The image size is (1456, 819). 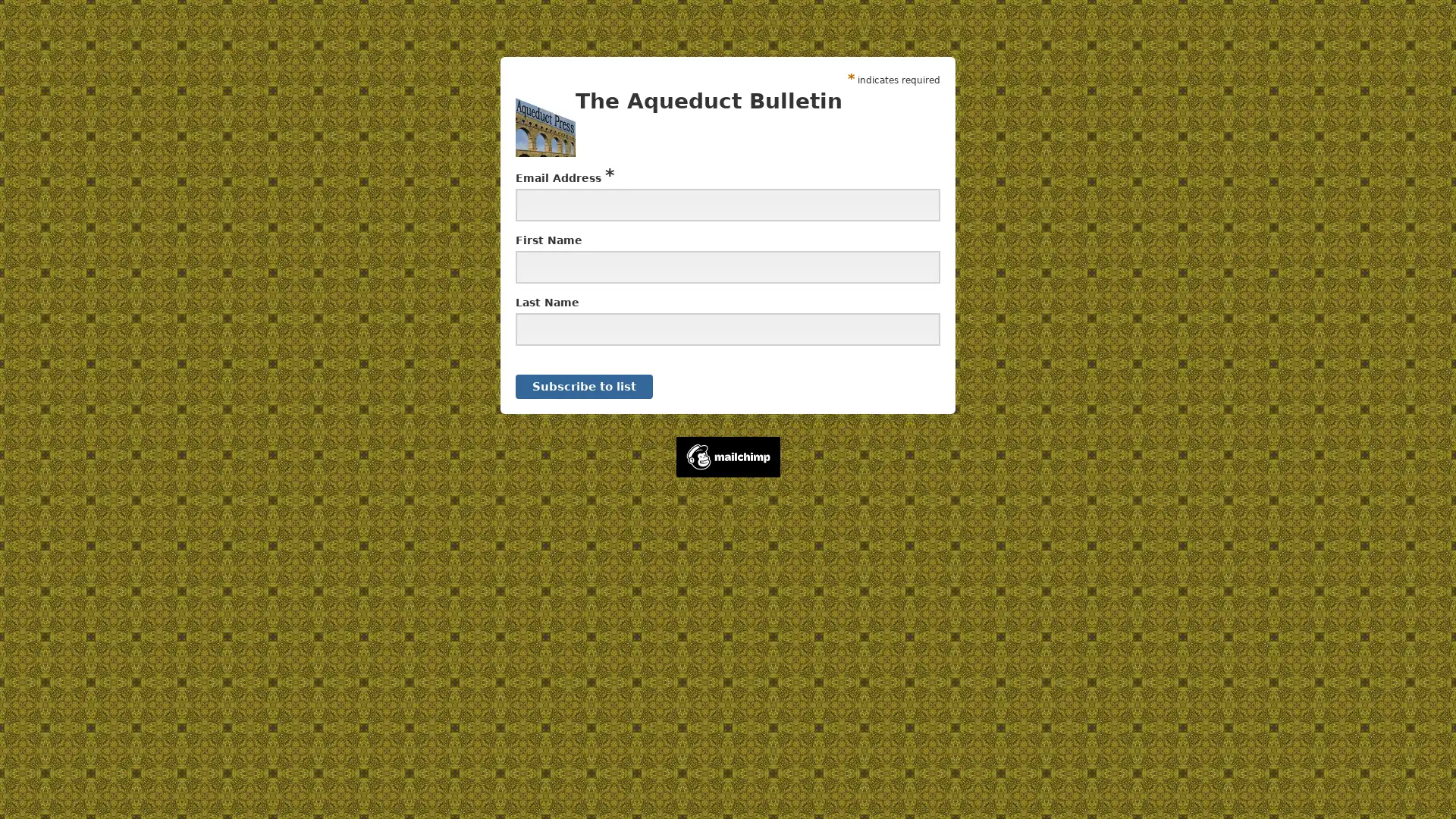 What do you see at coordinates (583, 385) in the screenshot?
I see `Subscribe to list` at bounding box center [583, 385].